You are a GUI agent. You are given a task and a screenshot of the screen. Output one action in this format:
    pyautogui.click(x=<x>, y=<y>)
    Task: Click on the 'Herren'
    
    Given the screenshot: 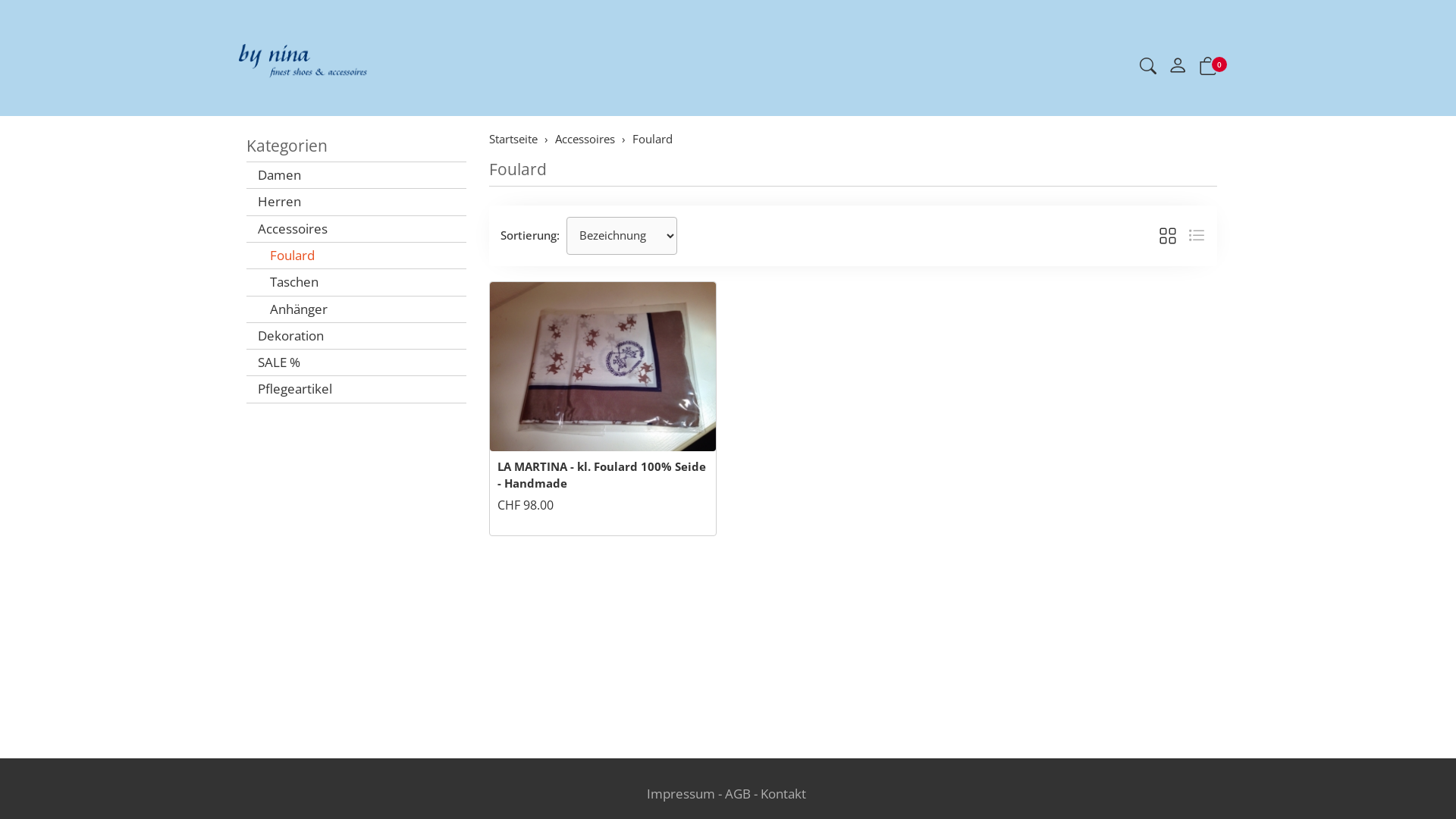 What is the action you would take?
    pyautogui.click(x=356, y=201)
    